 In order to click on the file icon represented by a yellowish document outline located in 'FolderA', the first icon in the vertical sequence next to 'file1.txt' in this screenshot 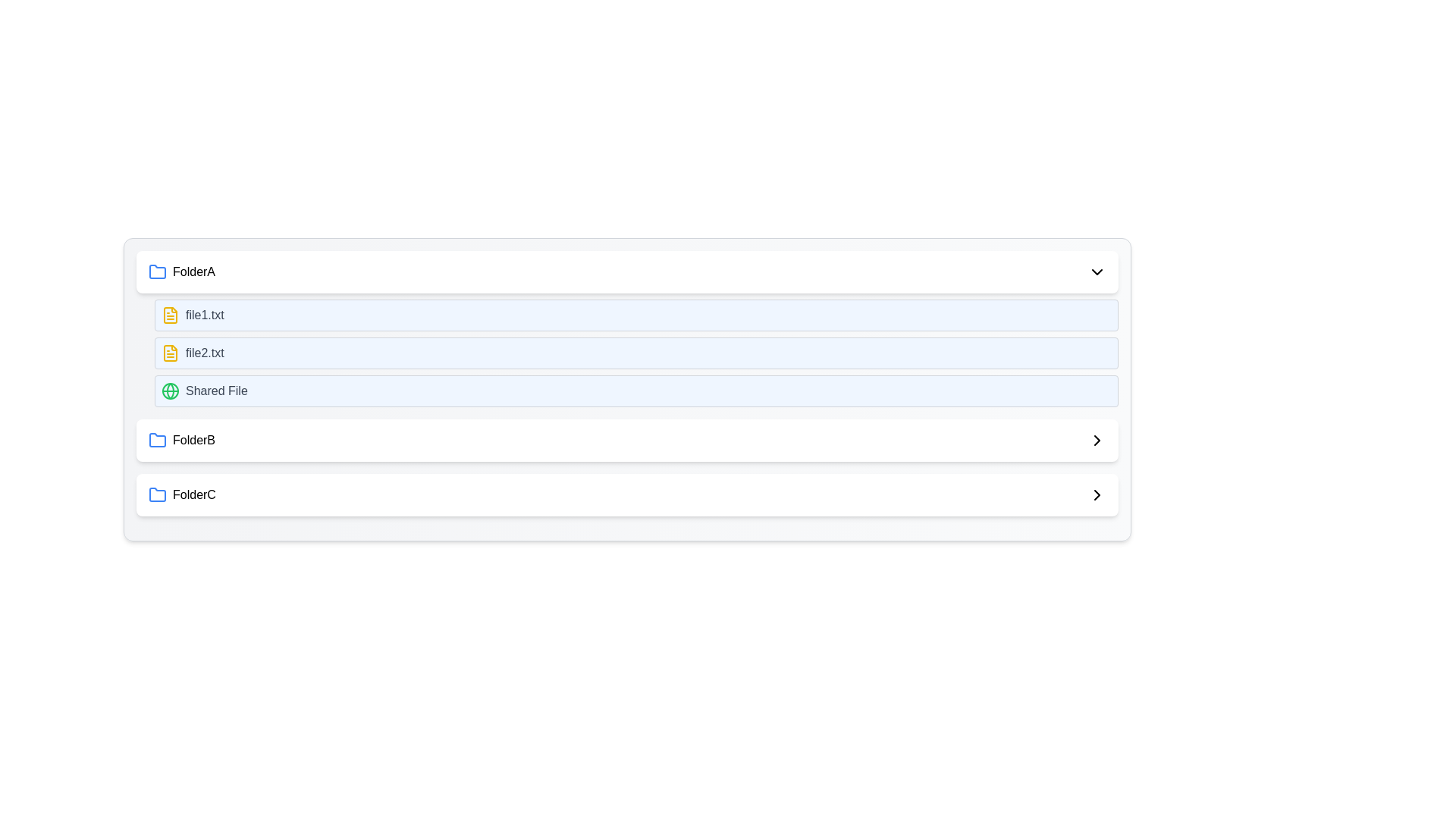, I will do `click(171, 353)`.